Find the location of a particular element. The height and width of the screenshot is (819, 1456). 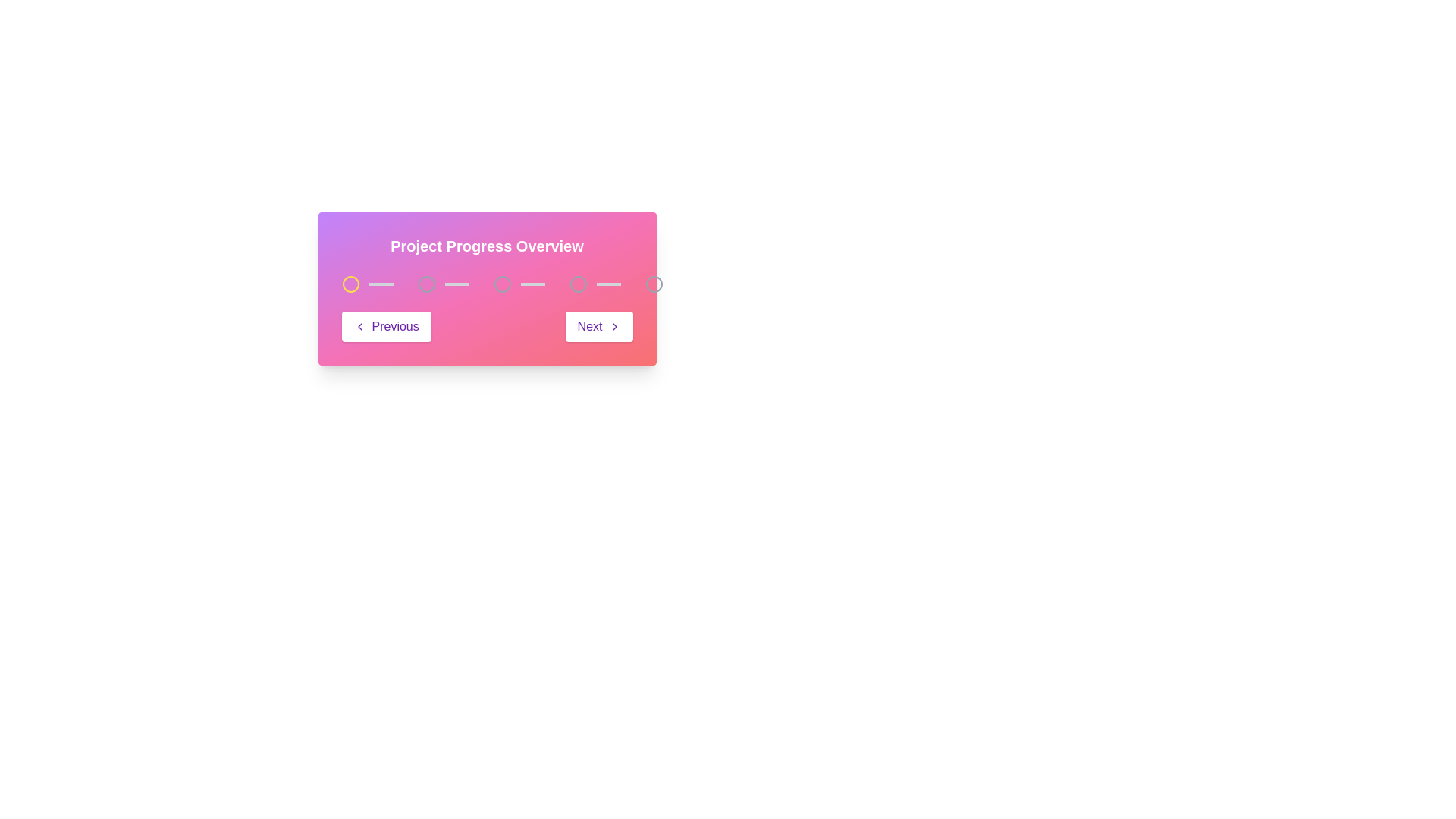

the third visual divider element, a thin light gray horizontal line with rounded corners, positioned between the 'Previous' and 'Next' buttons is located at coordinates (456, 284).